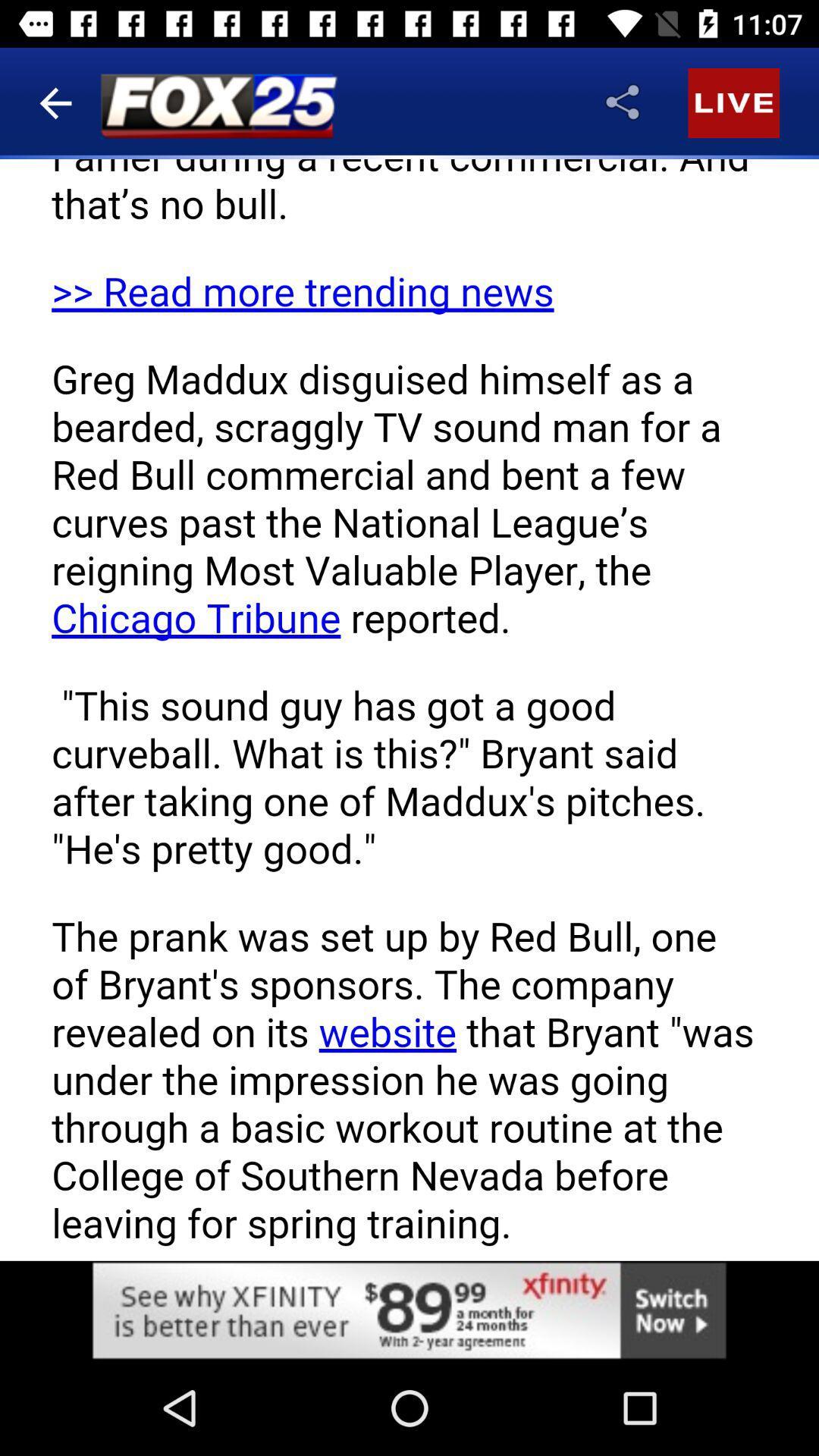 The image size is (819, 1456). What do you see at coordinates (218, 105) in the screenshot?
I see `the logo on the left to the share button of the web page` at bounding box center [218, 105].